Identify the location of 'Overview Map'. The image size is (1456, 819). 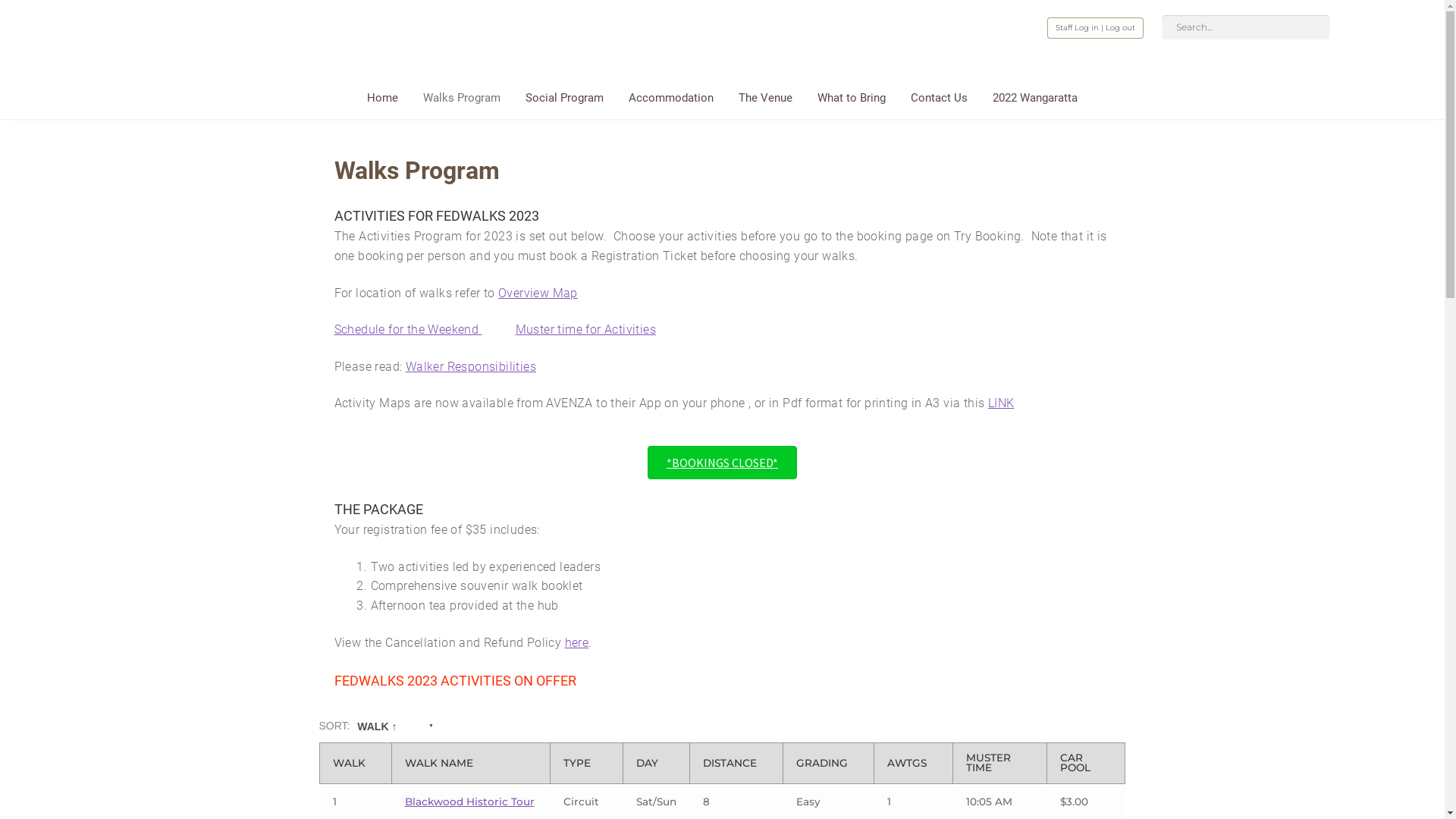
(498, 293).